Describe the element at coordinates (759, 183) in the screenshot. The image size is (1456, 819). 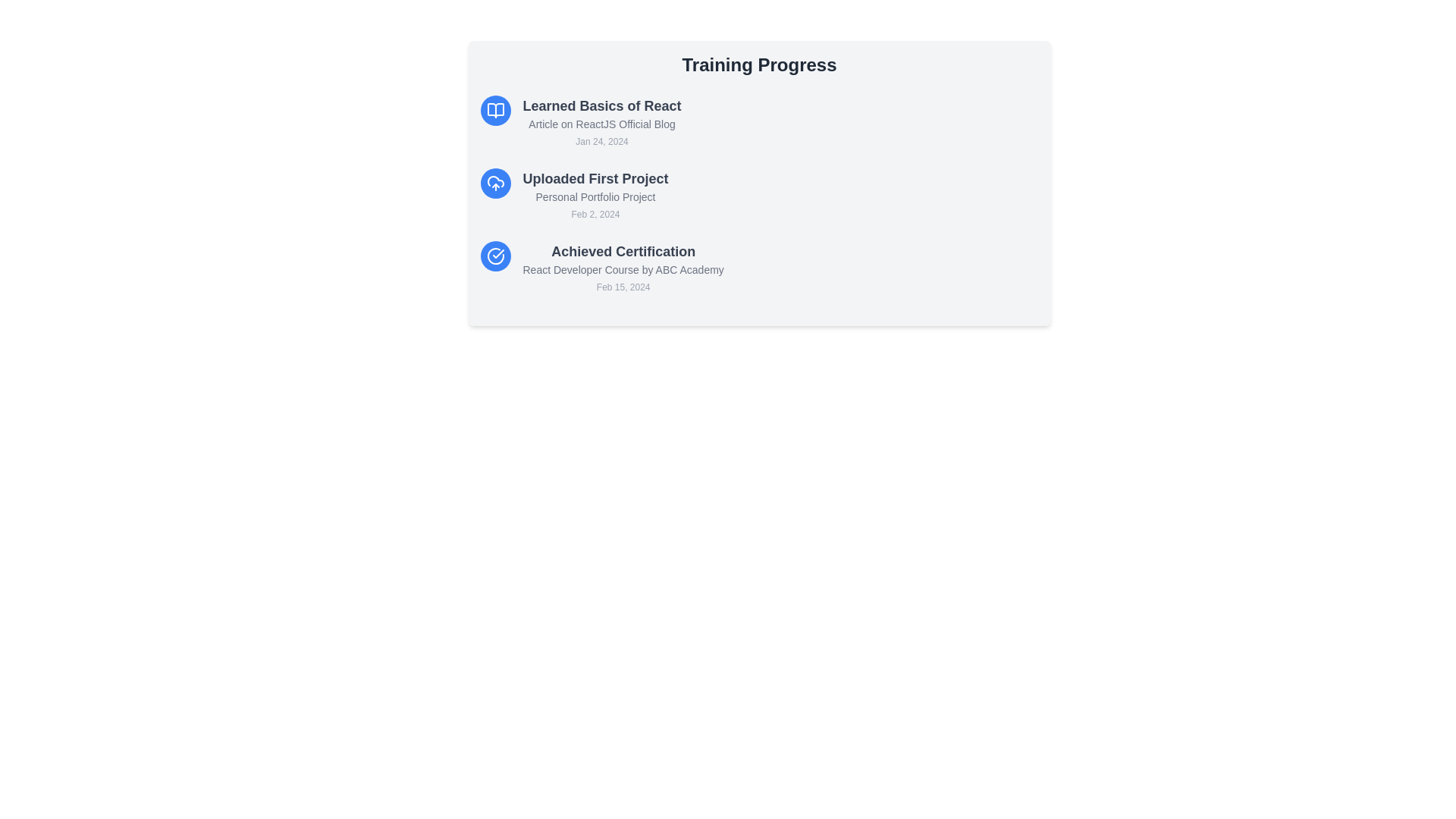
I see `the content of the 'Training Progress' section, which contains multiple milestone entries with titles, subtitles, and dates` at that location.